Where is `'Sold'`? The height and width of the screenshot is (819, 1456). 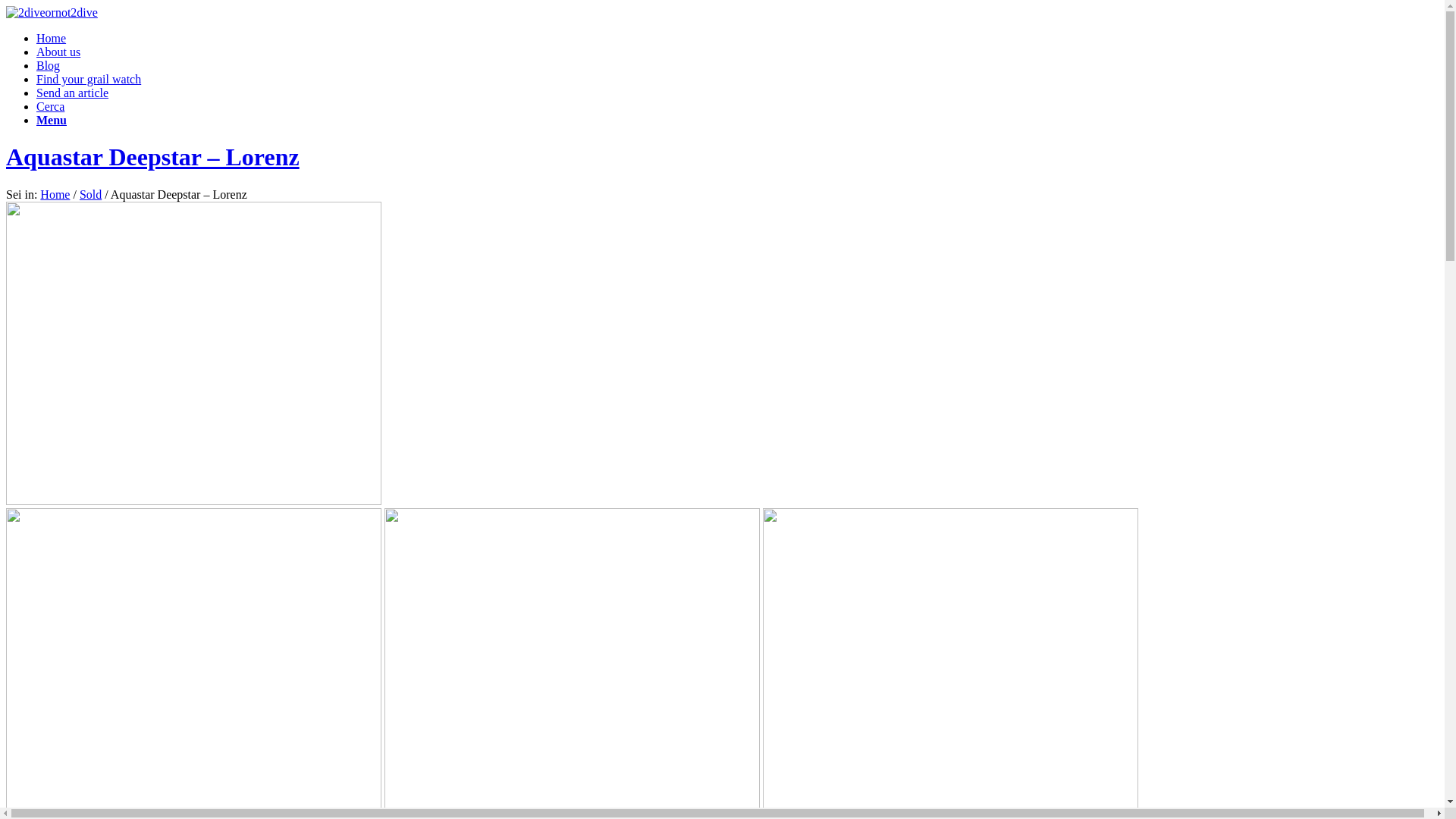
'Sold' is located at coordinates (89, 193).